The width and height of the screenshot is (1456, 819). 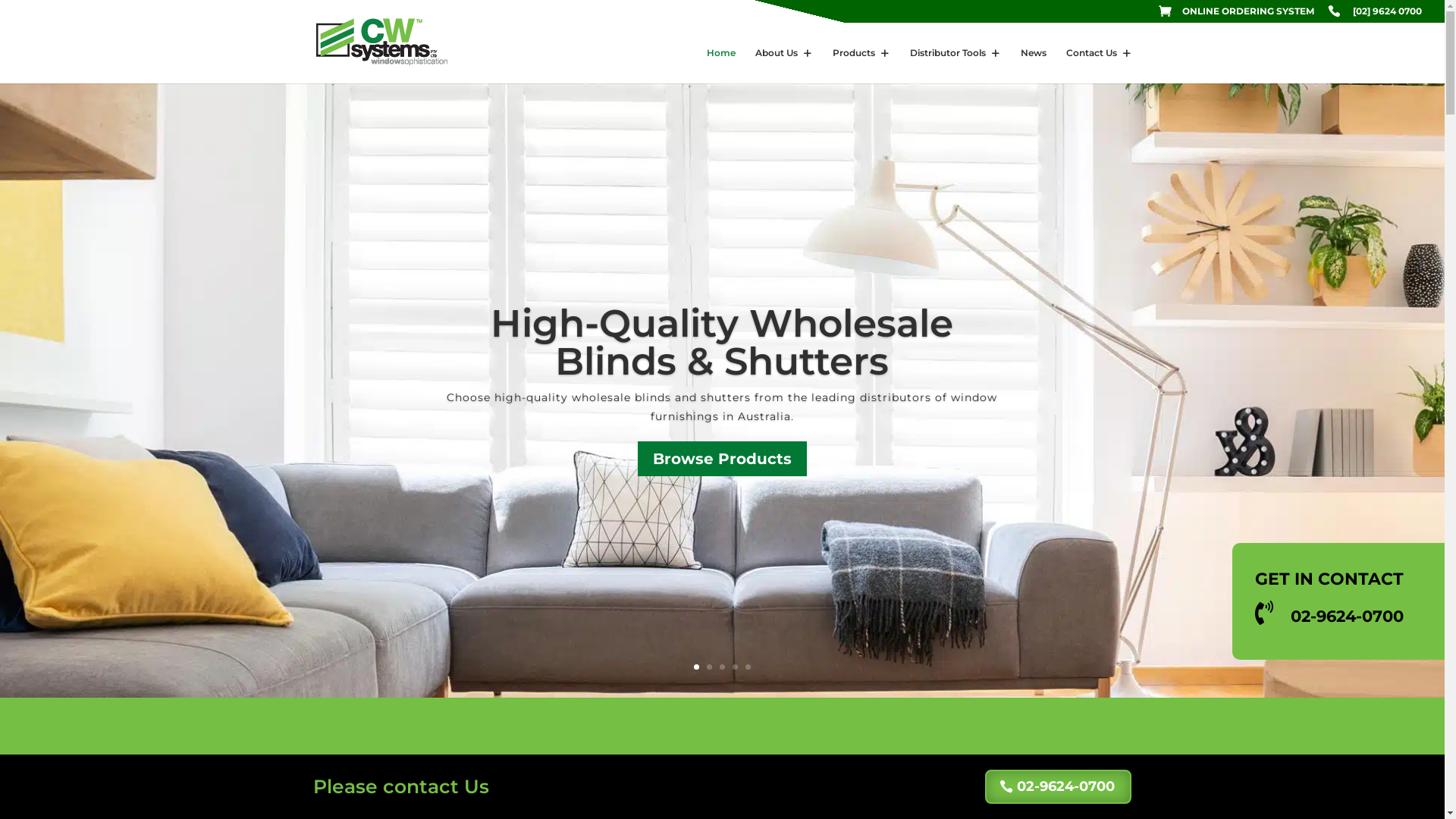 What do you see at coordinates (861, 64) in the screenshot?
I see `'Products'` at bounding box center [861, 64].